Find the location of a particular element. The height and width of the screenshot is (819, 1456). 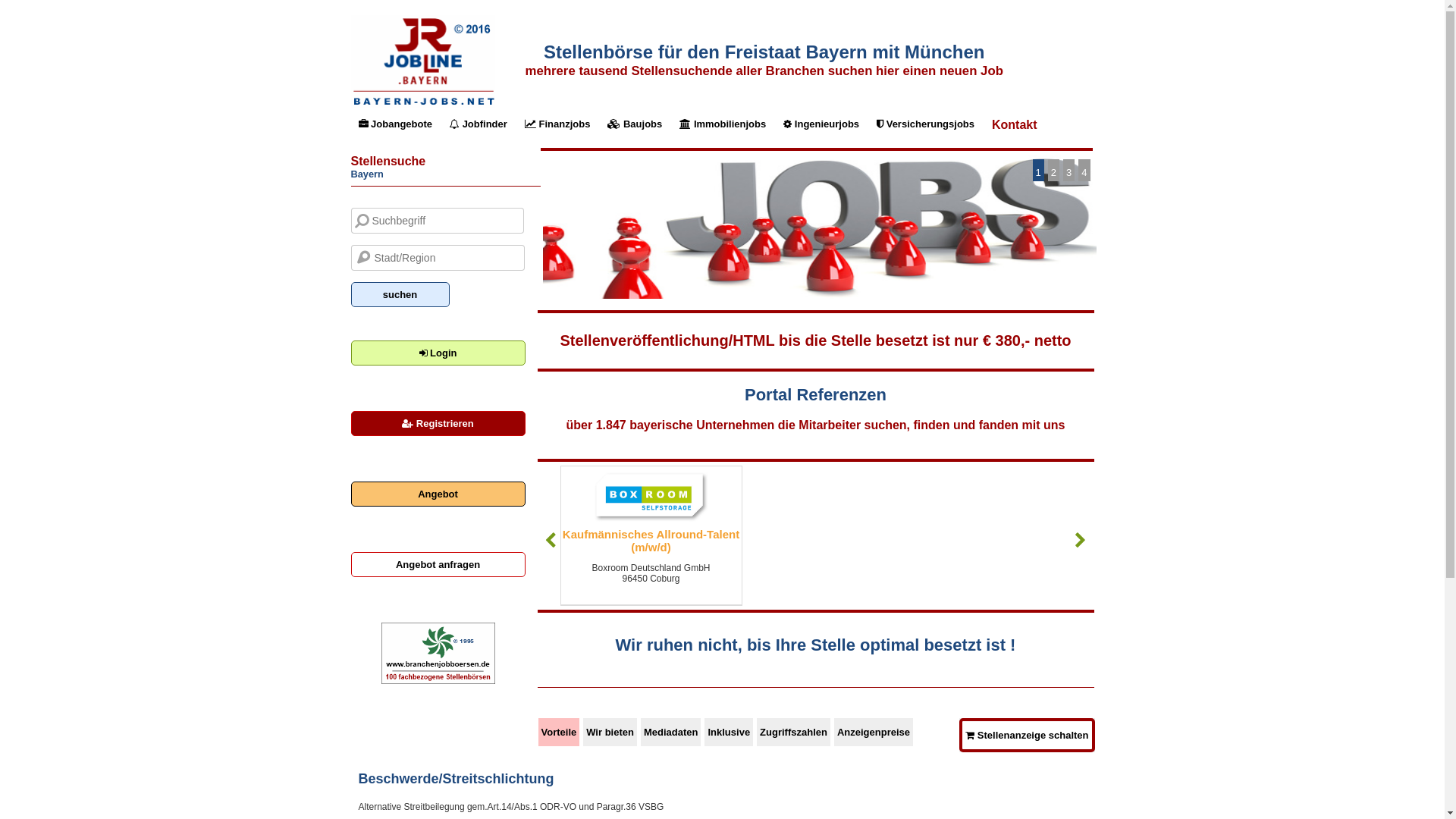

'Finanzjobs' is located at coordinates (559, 123).